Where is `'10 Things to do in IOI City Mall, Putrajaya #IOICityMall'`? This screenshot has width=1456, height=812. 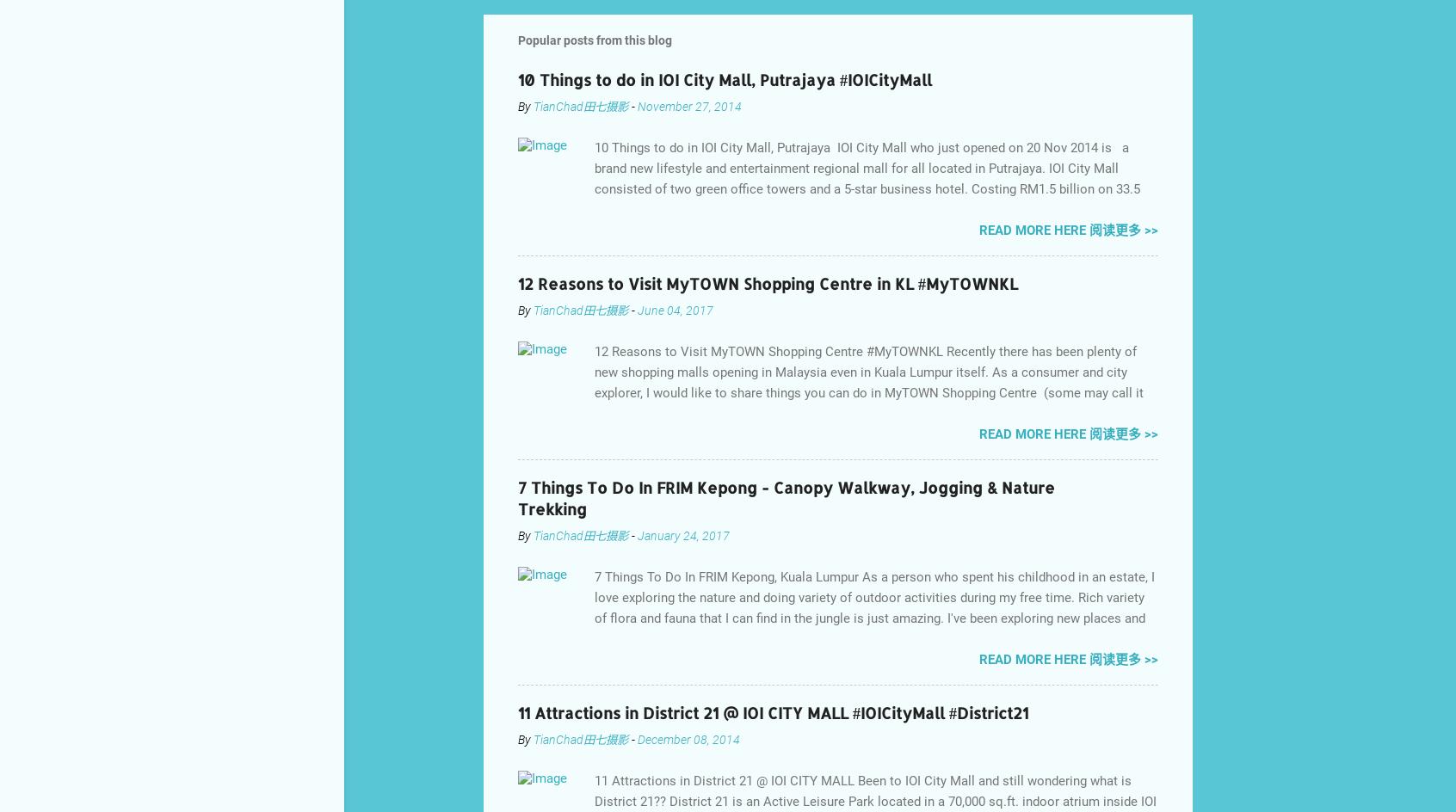
'10 Things to do in IOI City Mall, Putrajaya #IOICityMall' is located at coordinates (725, 77).